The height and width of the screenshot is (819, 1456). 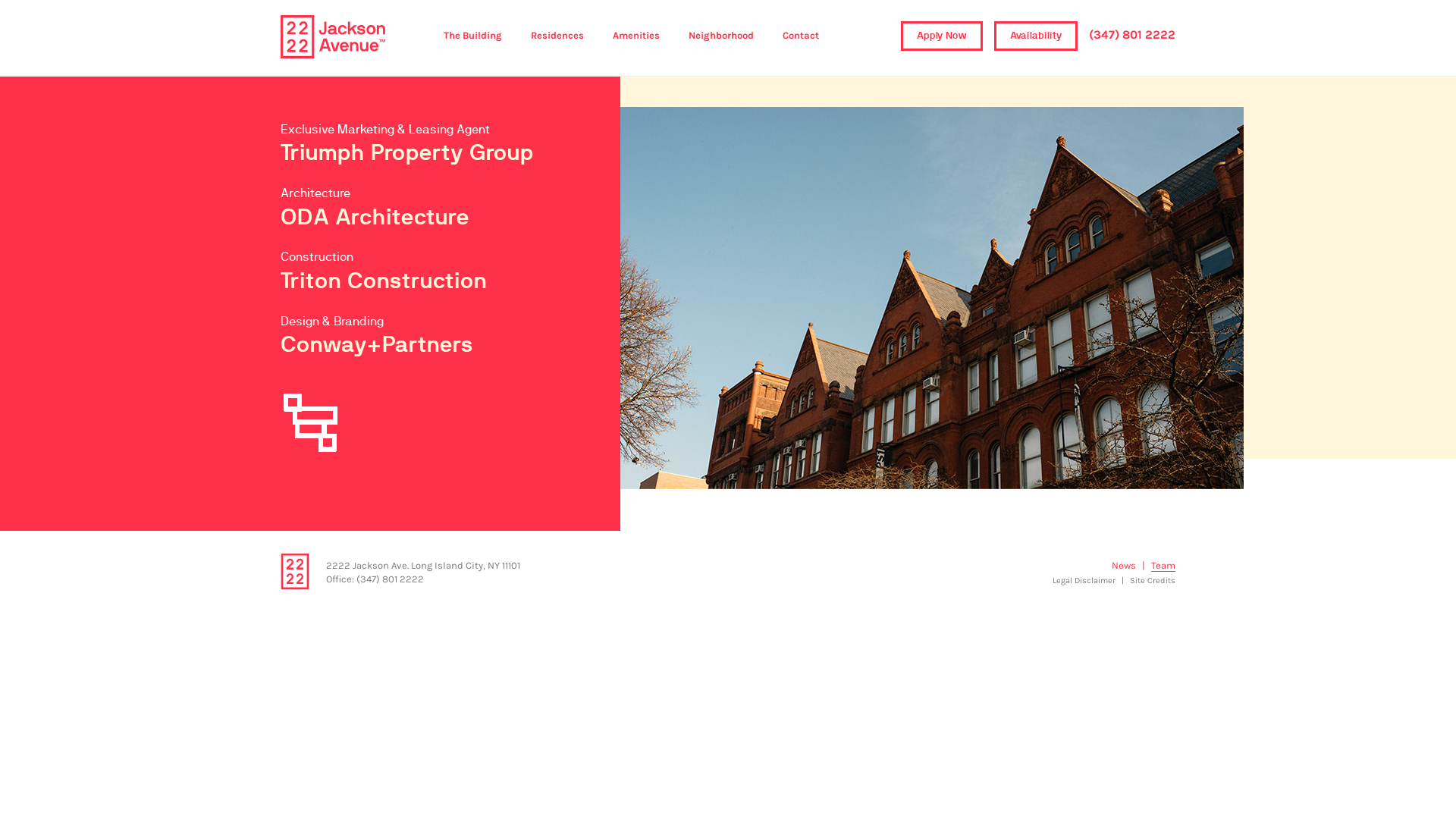 What do you see at coordinates (472, 34) in the screenshot?
I see `'The Building'` at bounding box center [472, 34].